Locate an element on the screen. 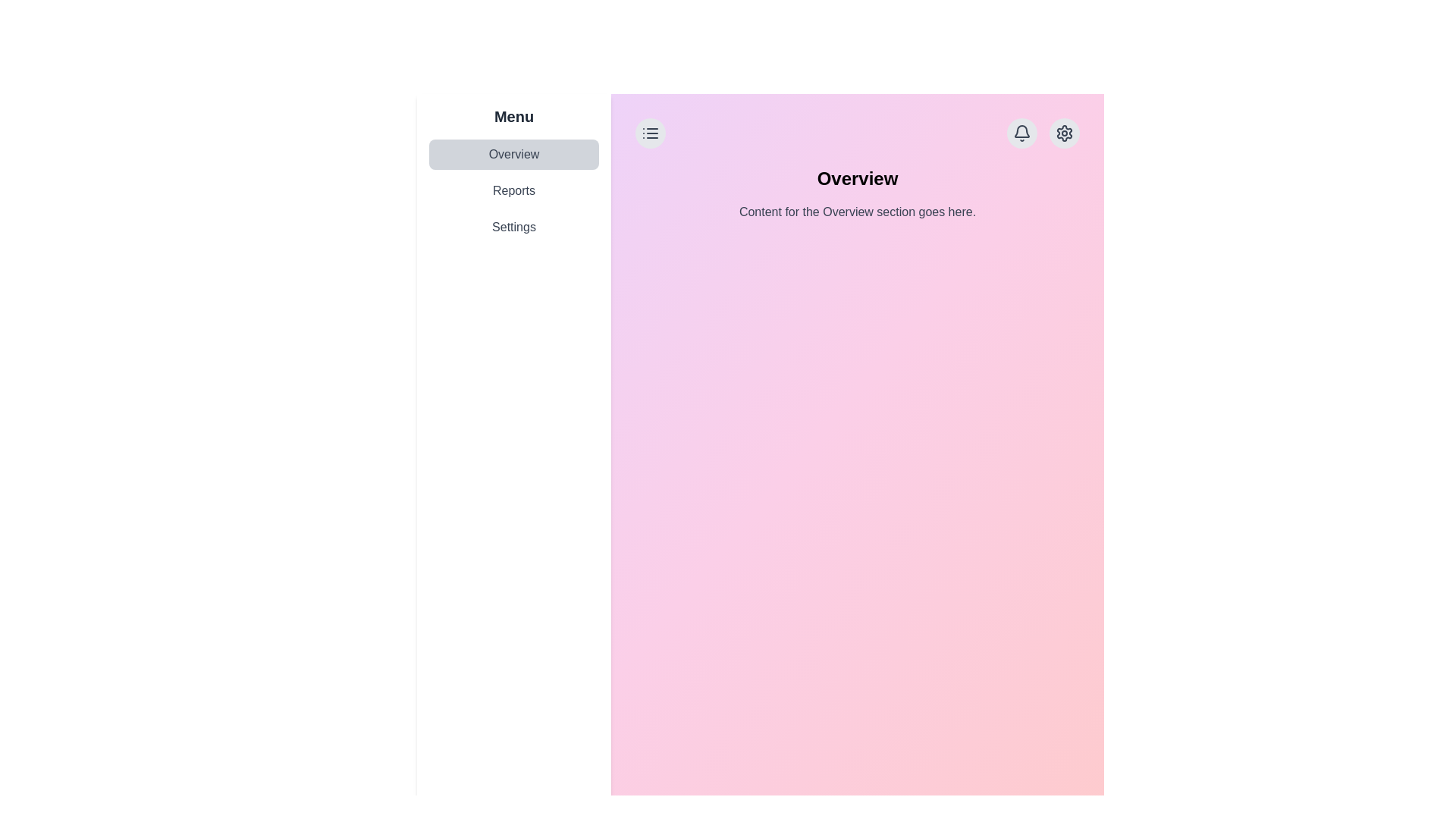  the 'Reports' button, which is the second item in the vertical list under the 'Menu' section on the left side of the interface, to change its background color is located at coordinates (513, 190).